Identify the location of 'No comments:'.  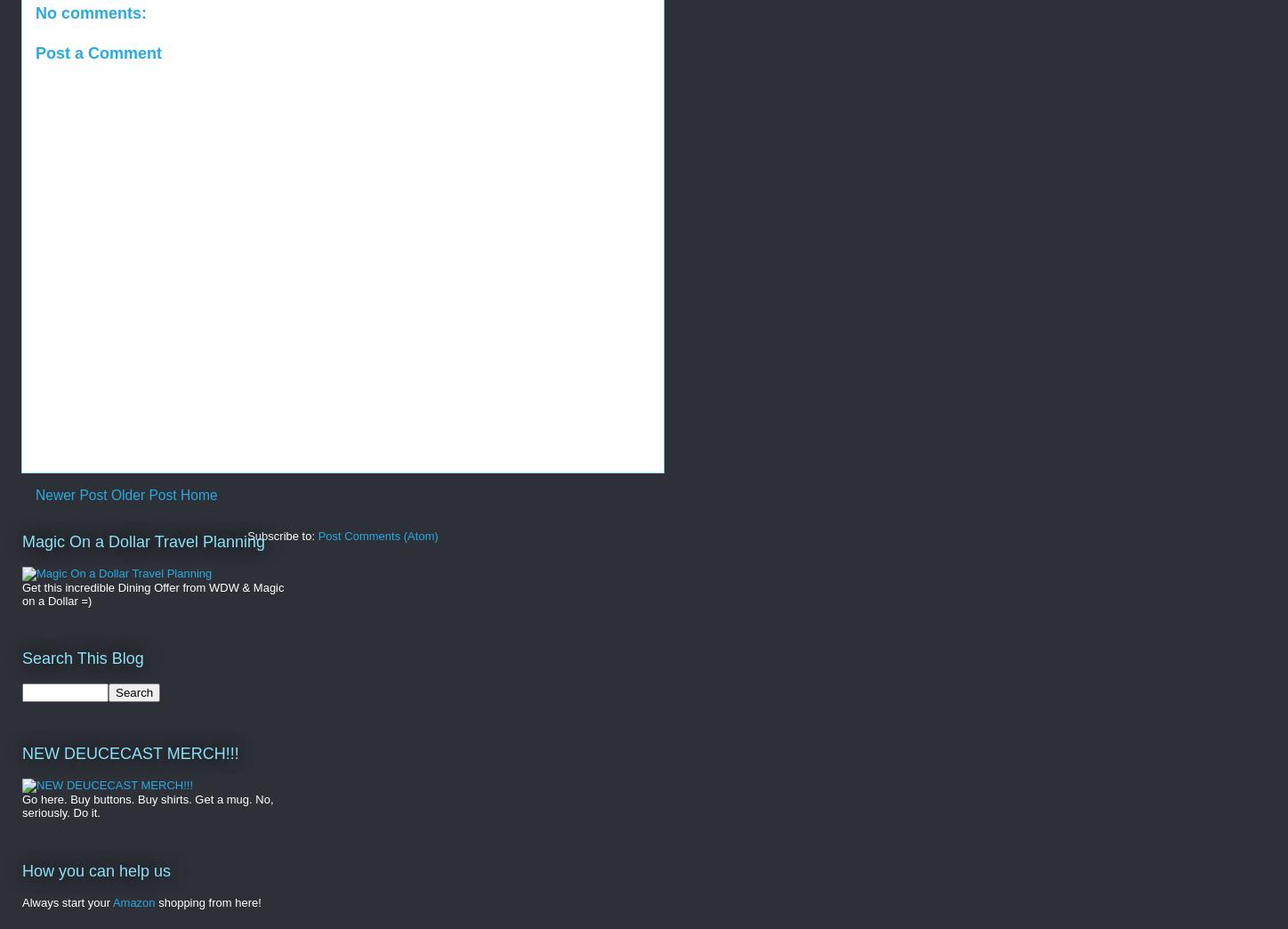
(90, 11).